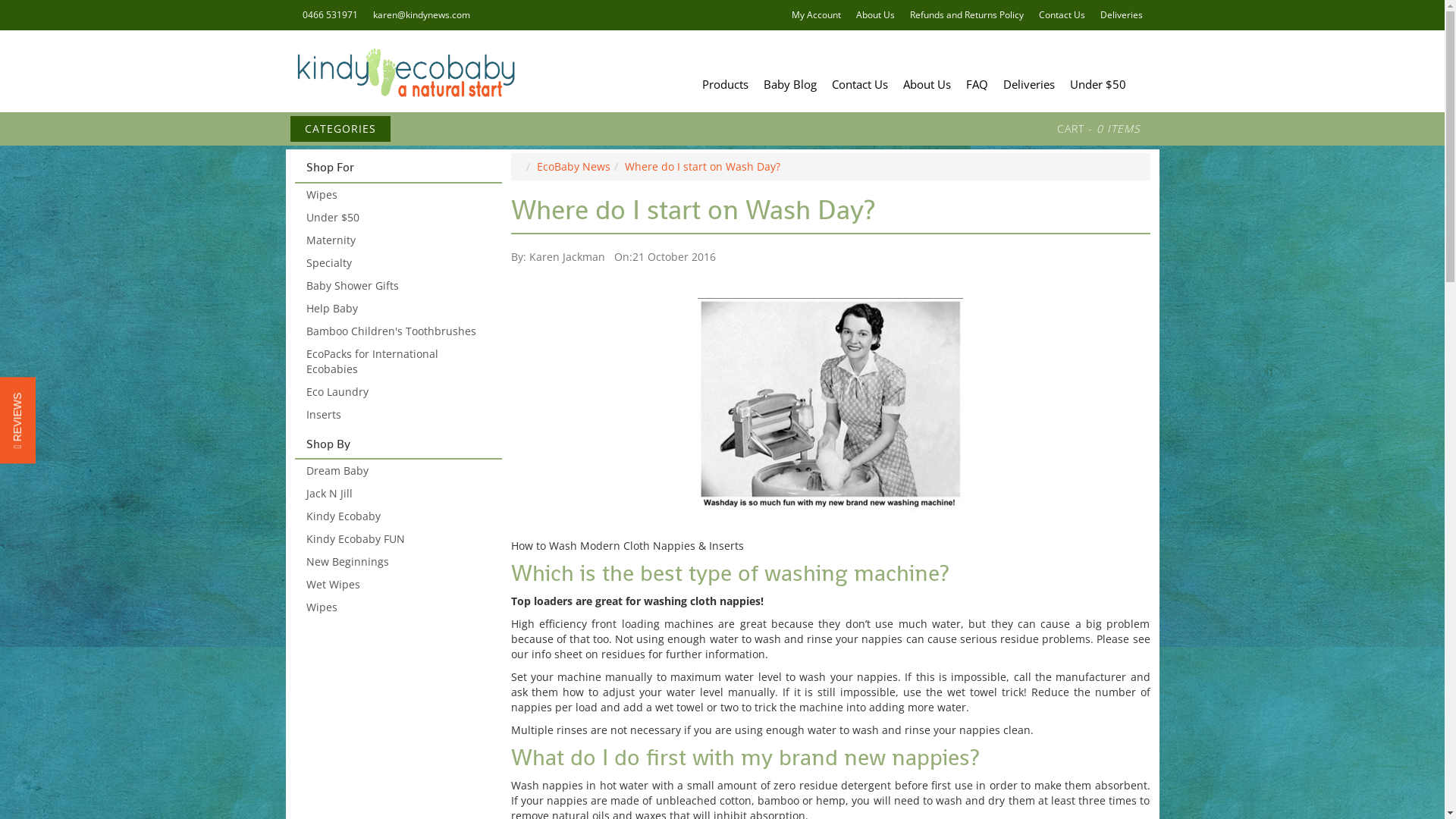 The width and height of the screenshot is (1456, 819). What do you see at coordinates (537, 166) in the screenshot?
I see `'EcoBaby News'` at bounding box center [537, 166].